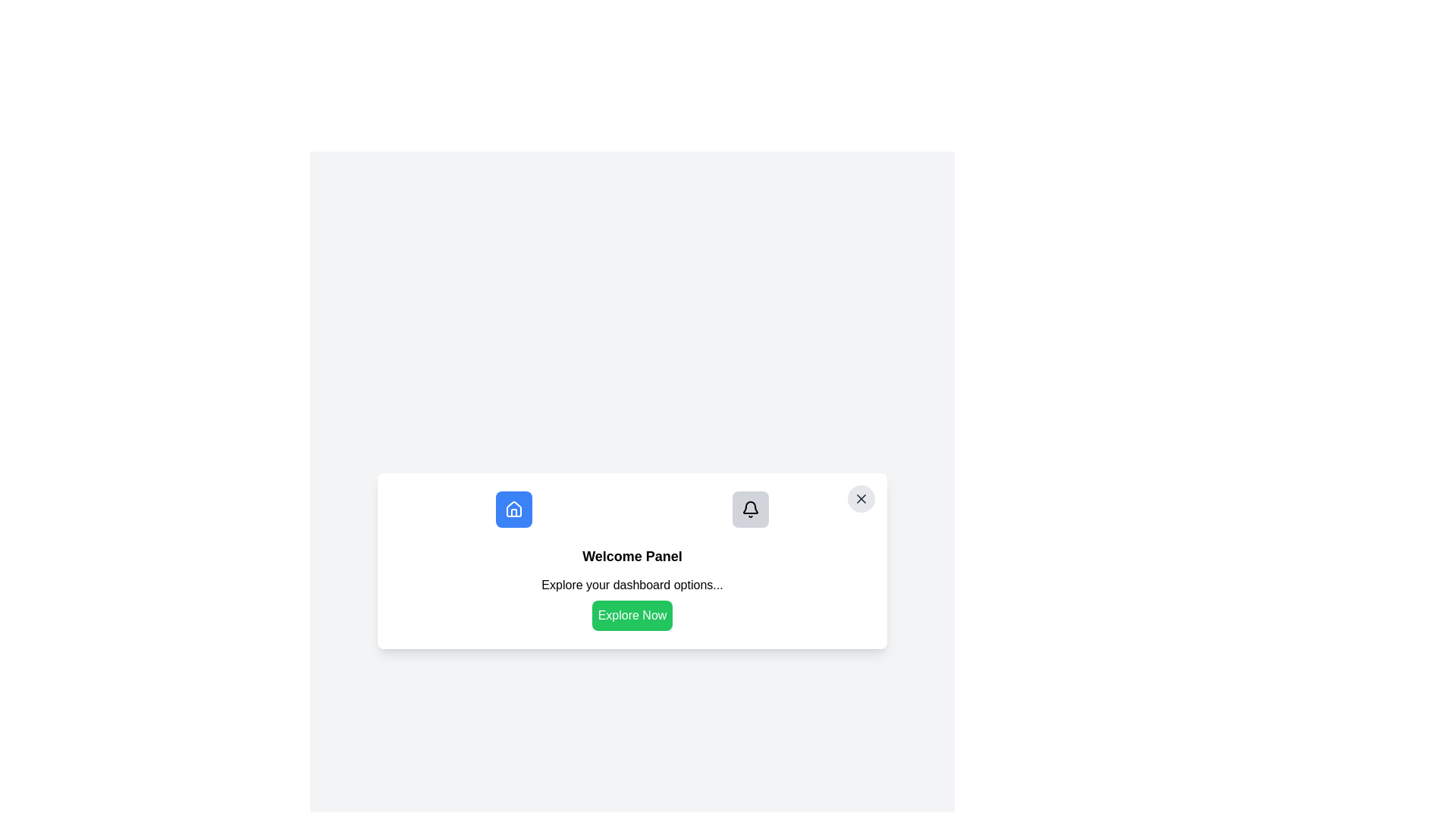 Image resolution: width=1456 pixels, height=819 pixels. What do you see at coordinates (861, 499) in the screenshot?
I see `the close or dismiss icon located at the top-right corner of the panel using keyboard tab navigation` at bounding box center [861, 499].